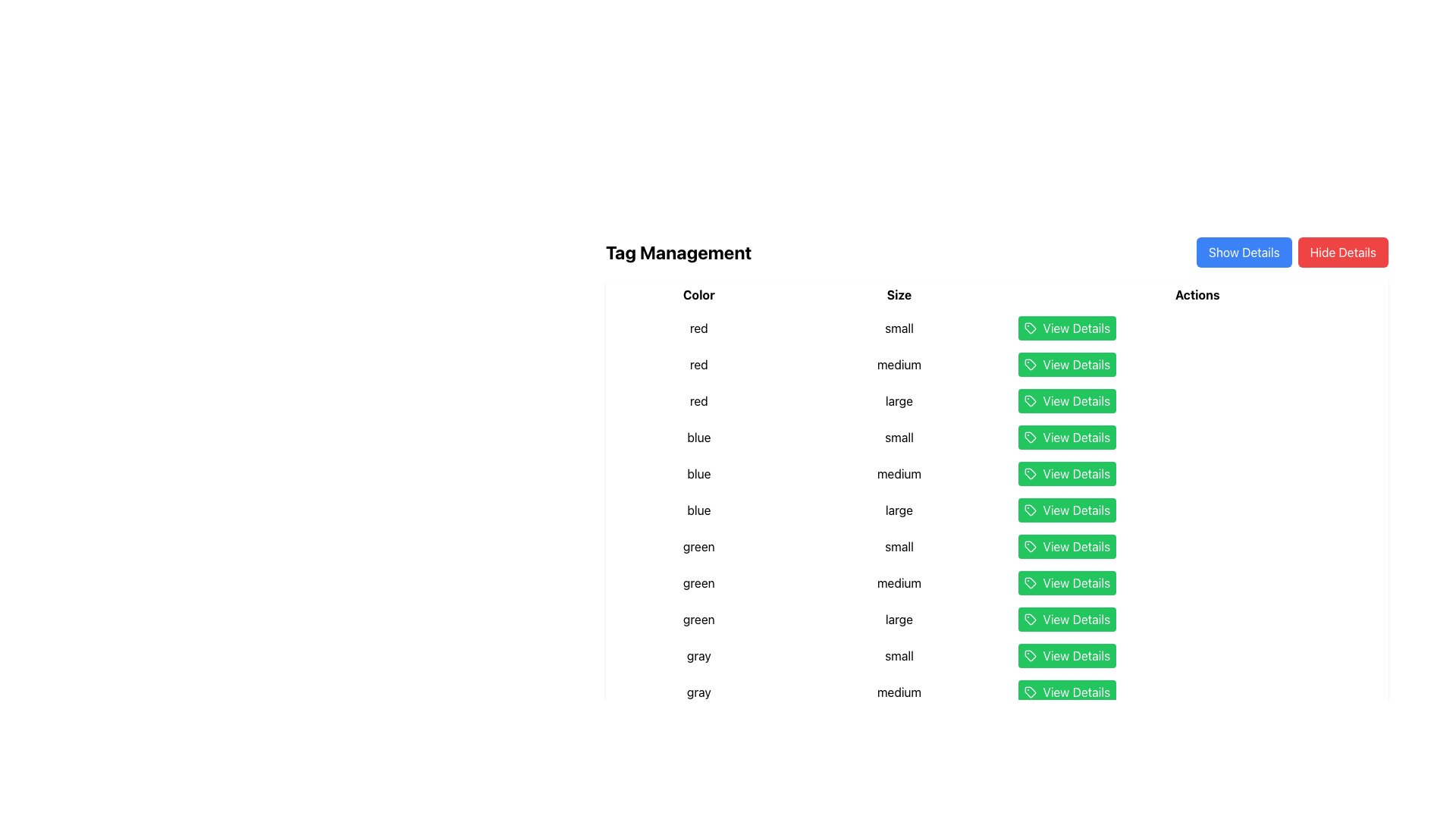  Describe the element at coordinates (997, 620) in the screenshot. I see `the 'View Details' button in the 'large' green tag row of the 'Tag Management' table` at that location.